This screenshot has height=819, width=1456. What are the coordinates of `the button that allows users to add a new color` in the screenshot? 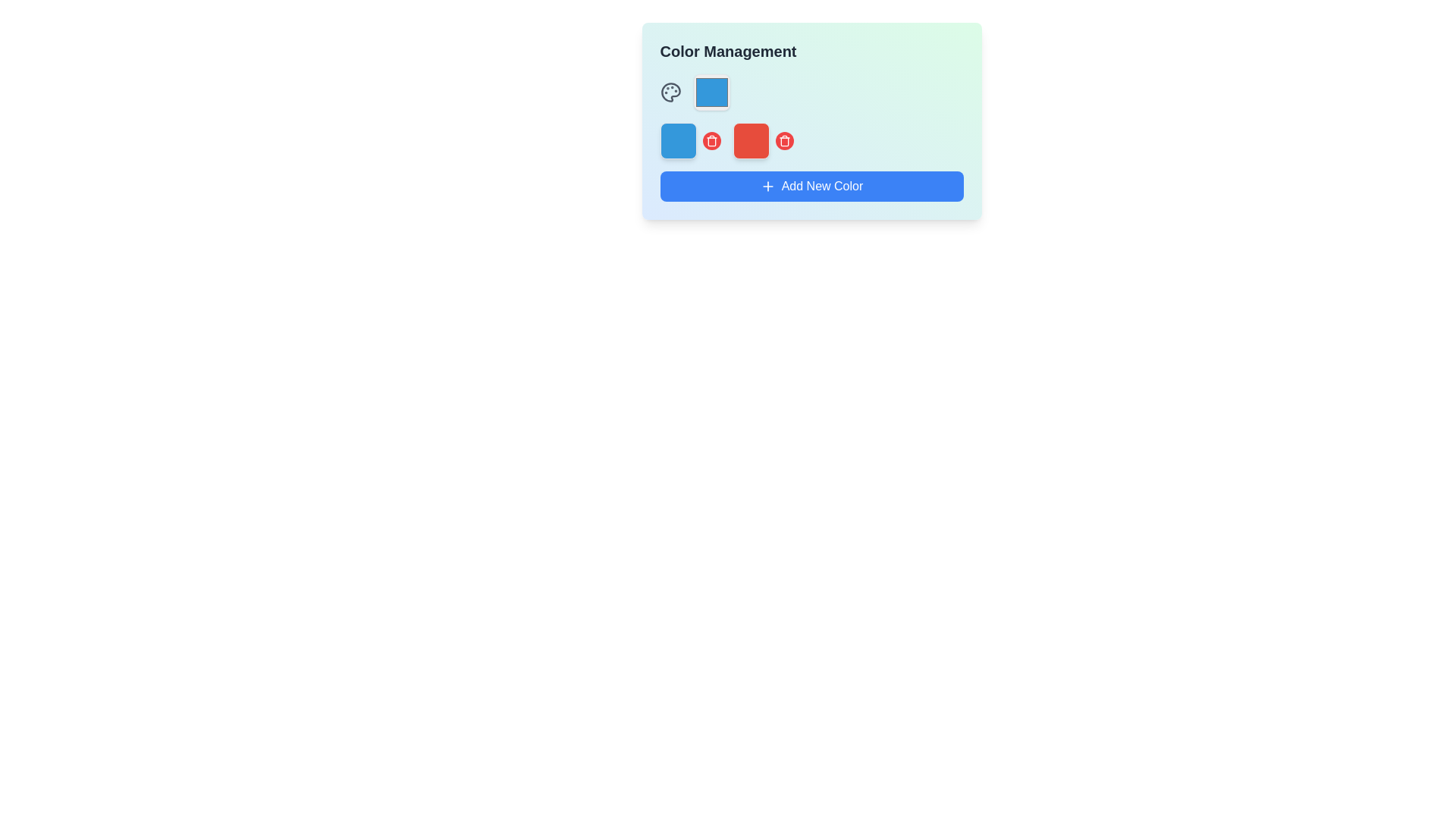 It's located at (811, 186).